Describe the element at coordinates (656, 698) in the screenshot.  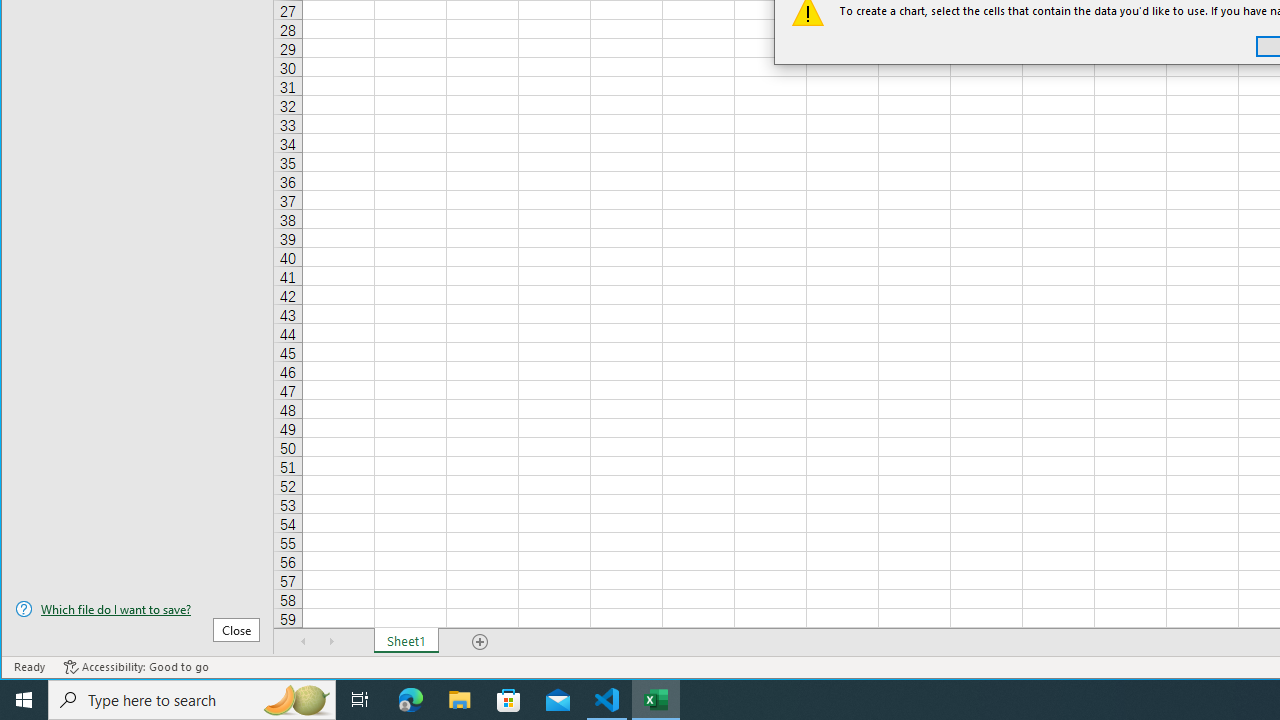
I see `'Excel - 1 running window'` at that location.